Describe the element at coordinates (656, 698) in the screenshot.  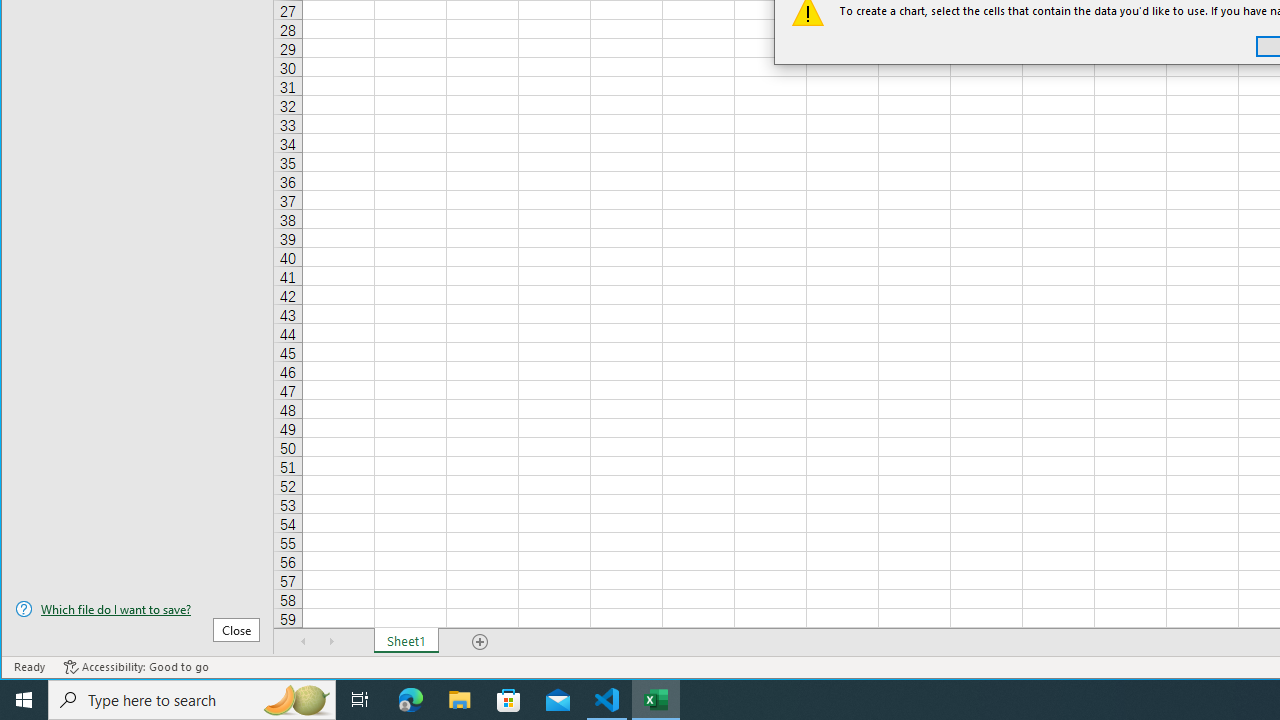
I see `'Excel - 1 running window'` at that location.